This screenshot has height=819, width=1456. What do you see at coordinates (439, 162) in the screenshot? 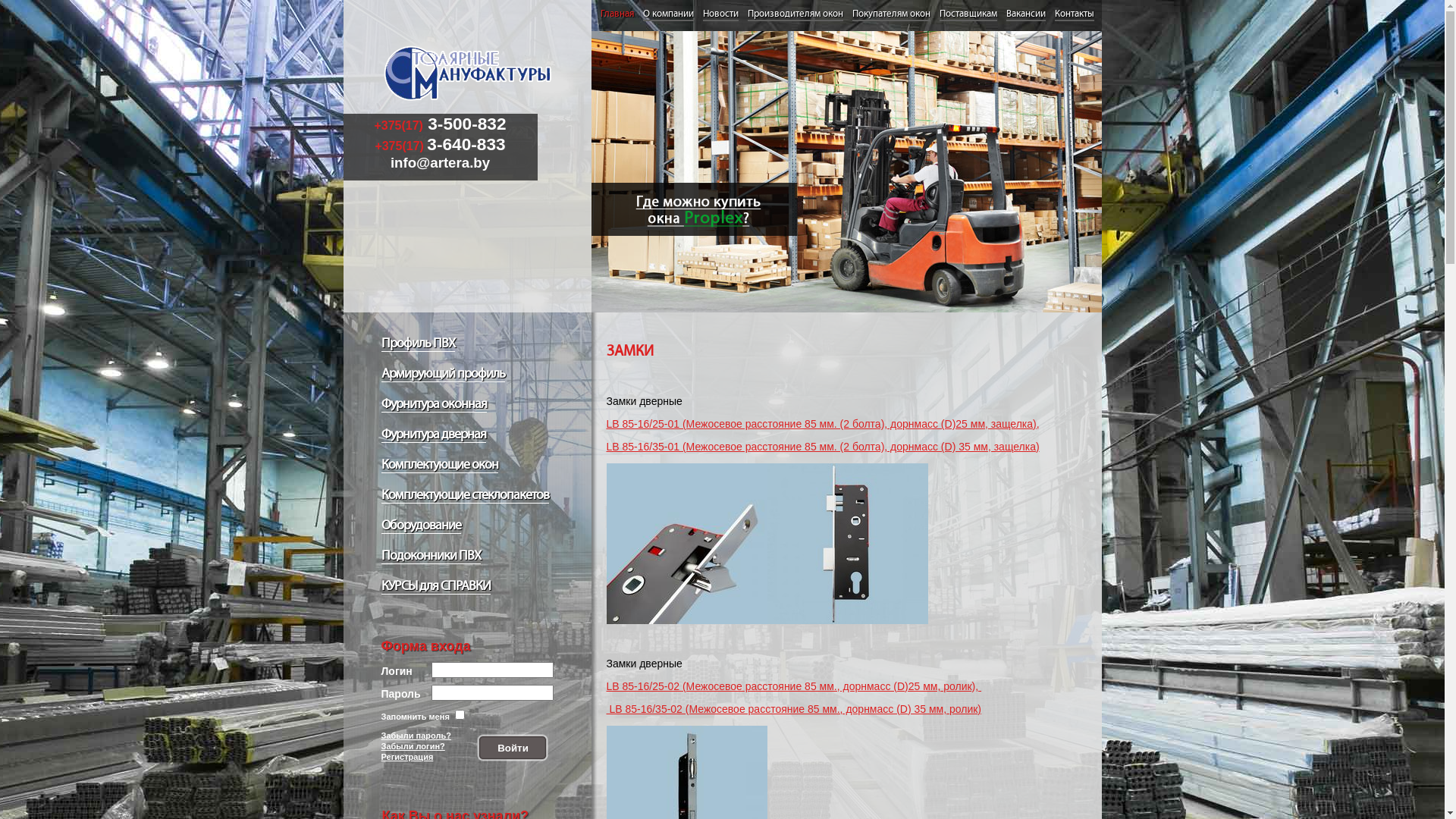
I see `'info@artera.by'` at bounding box center [439, 162].